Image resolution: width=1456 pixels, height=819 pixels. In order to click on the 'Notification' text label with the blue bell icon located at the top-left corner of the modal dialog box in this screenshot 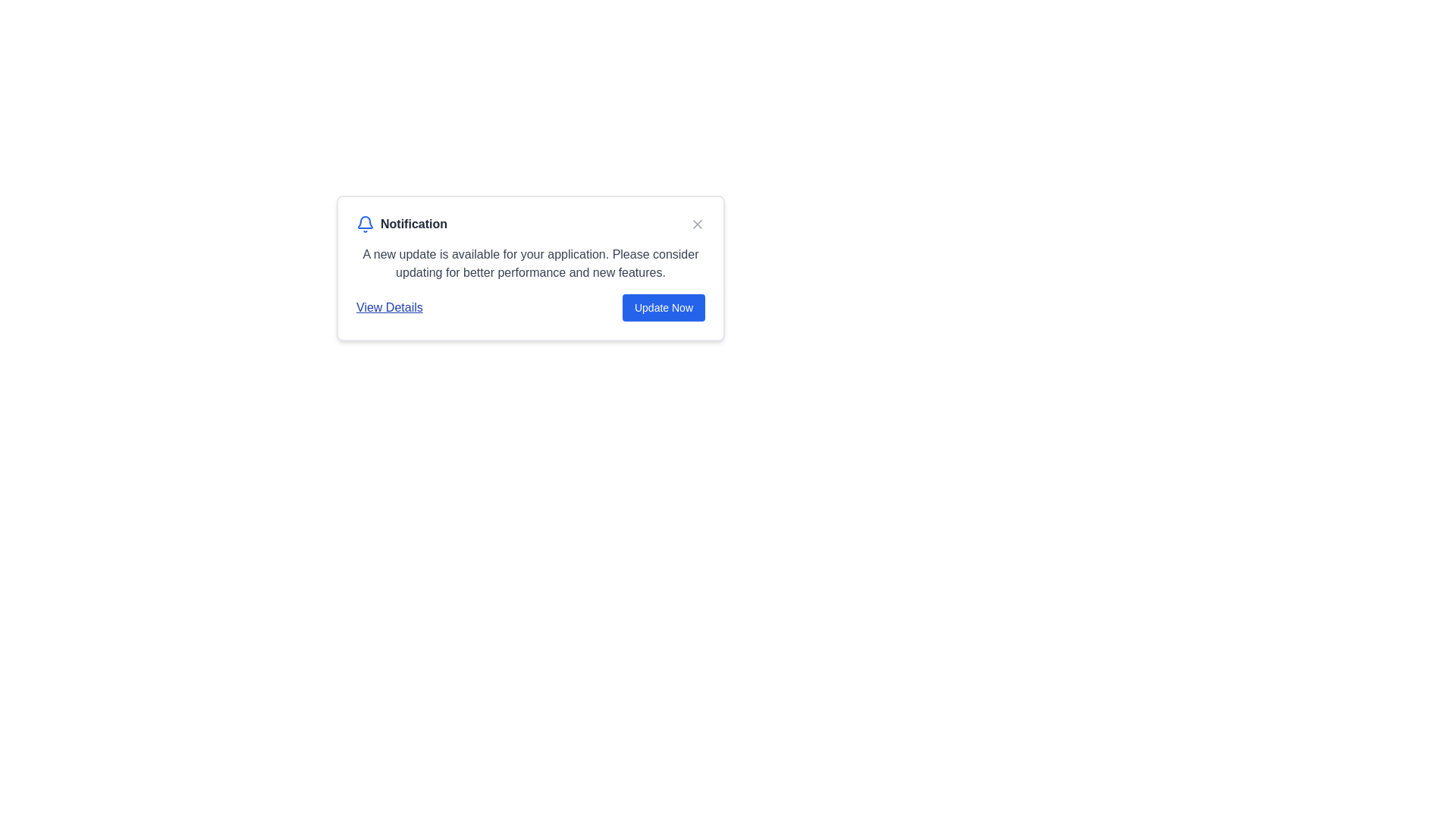, I will do `click(401, 224)`.